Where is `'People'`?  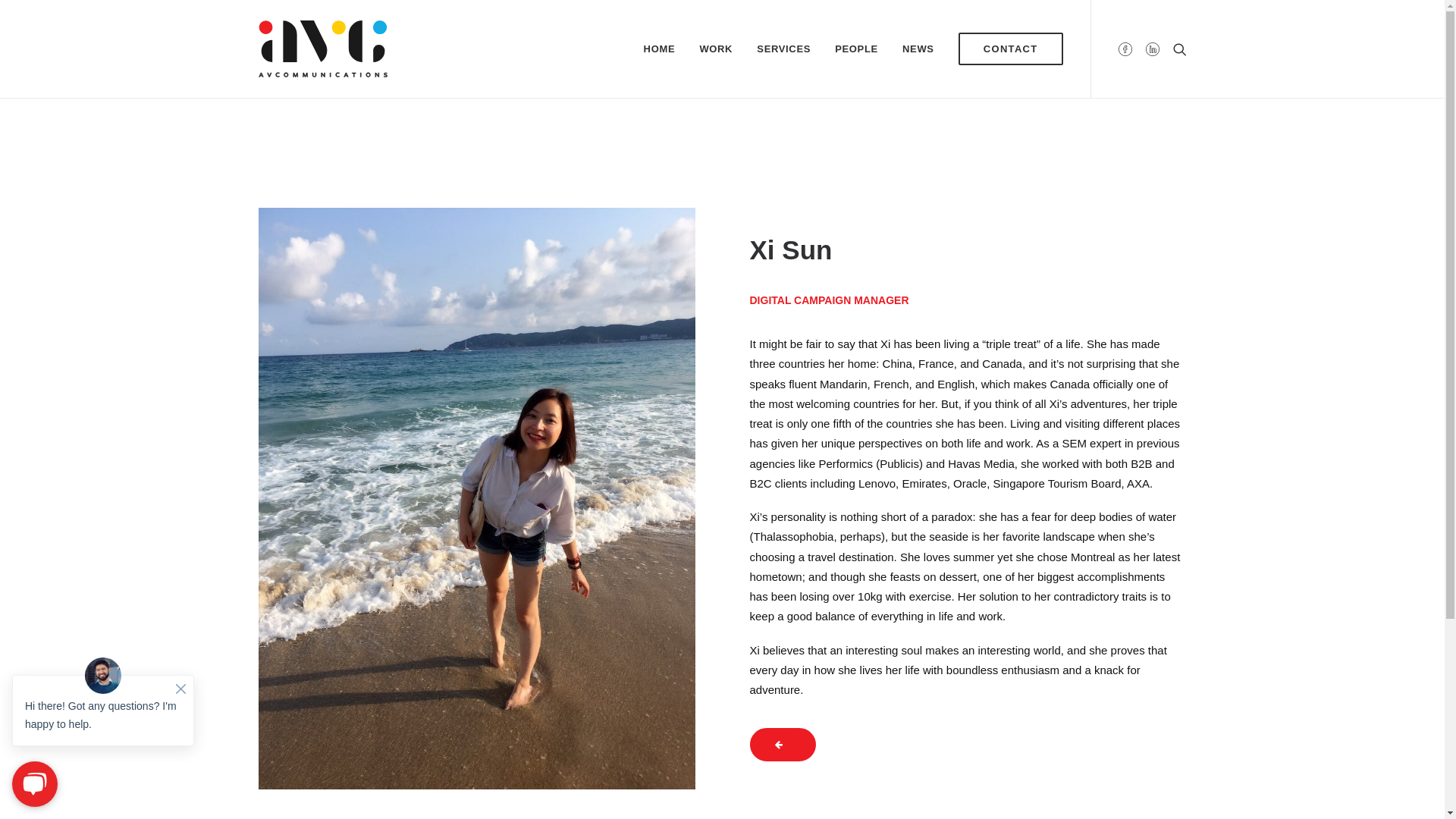 'People' is located at coordinates (782, 744).